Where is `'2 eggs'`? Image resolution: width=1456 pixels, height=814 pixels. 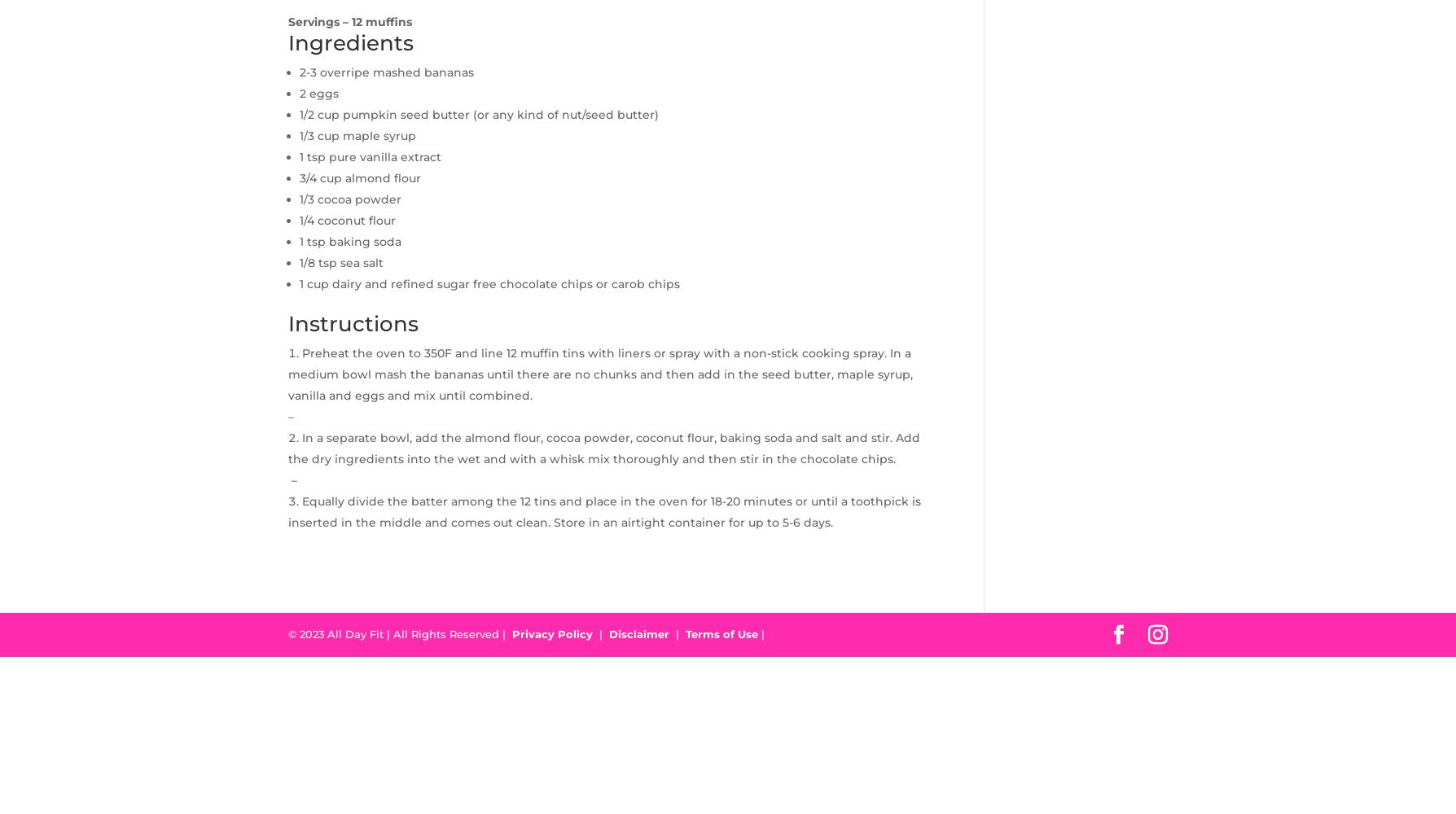
'2 eggs' is located at coordinates (318, 92).